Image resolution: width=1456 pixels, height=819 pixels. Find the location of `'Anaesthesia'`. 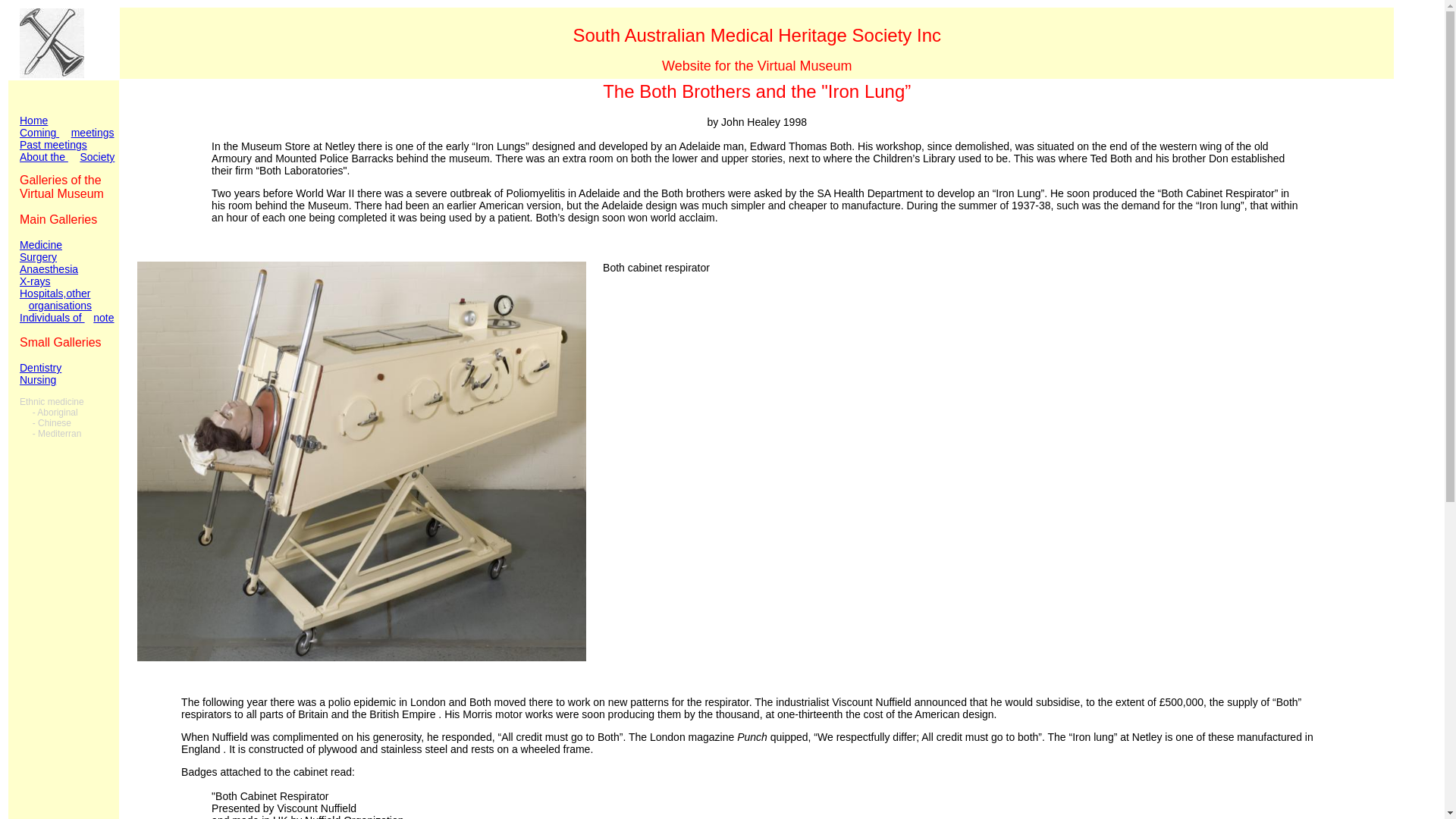

'Anaesthesia' is located at coordinates (19, 268).